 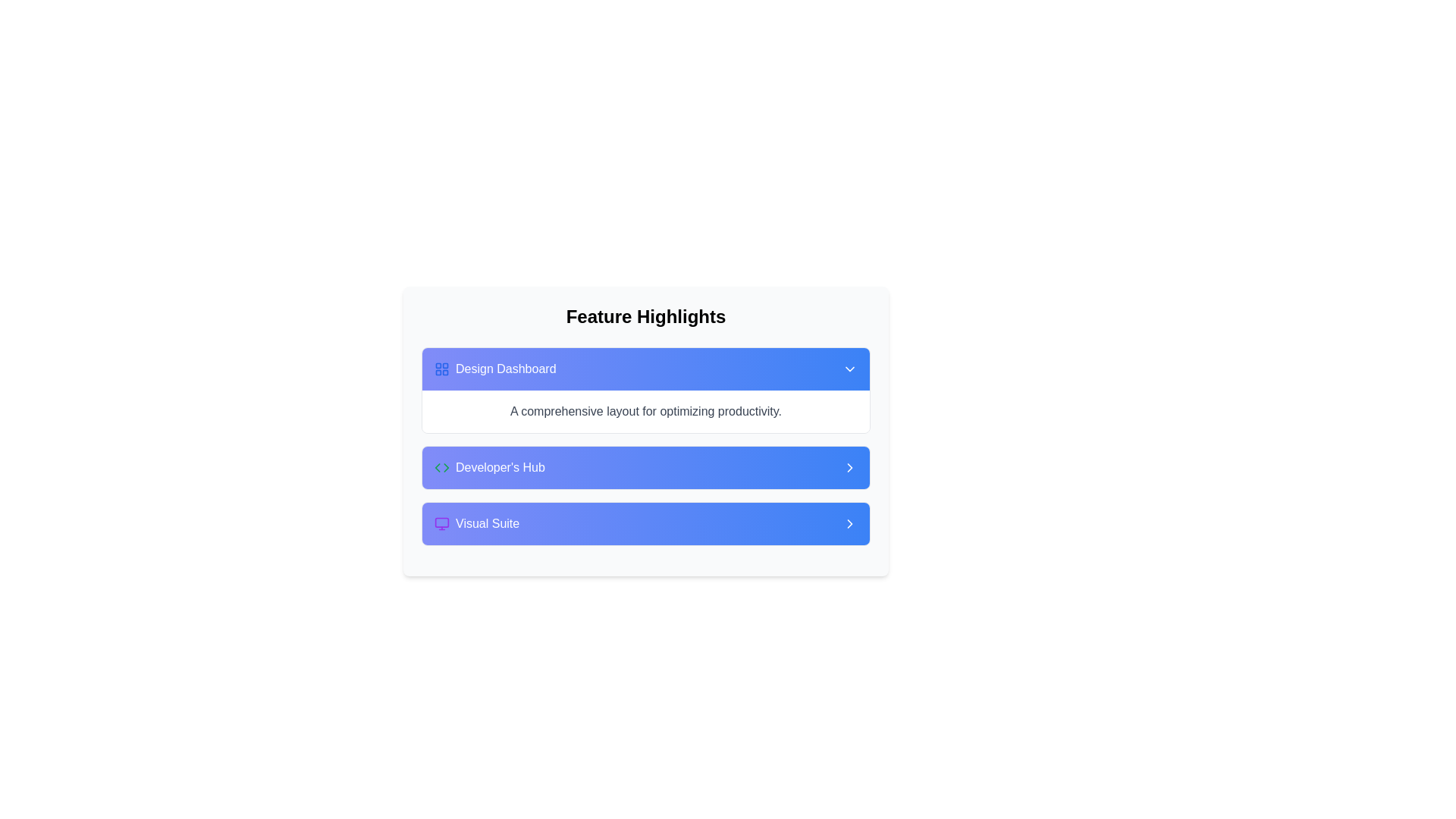 I want to click on the selectable button for 'Visual Suite', which is the third button below 'Design Dashboard' and 'Developer's Hub', so click(x=645, y=522).